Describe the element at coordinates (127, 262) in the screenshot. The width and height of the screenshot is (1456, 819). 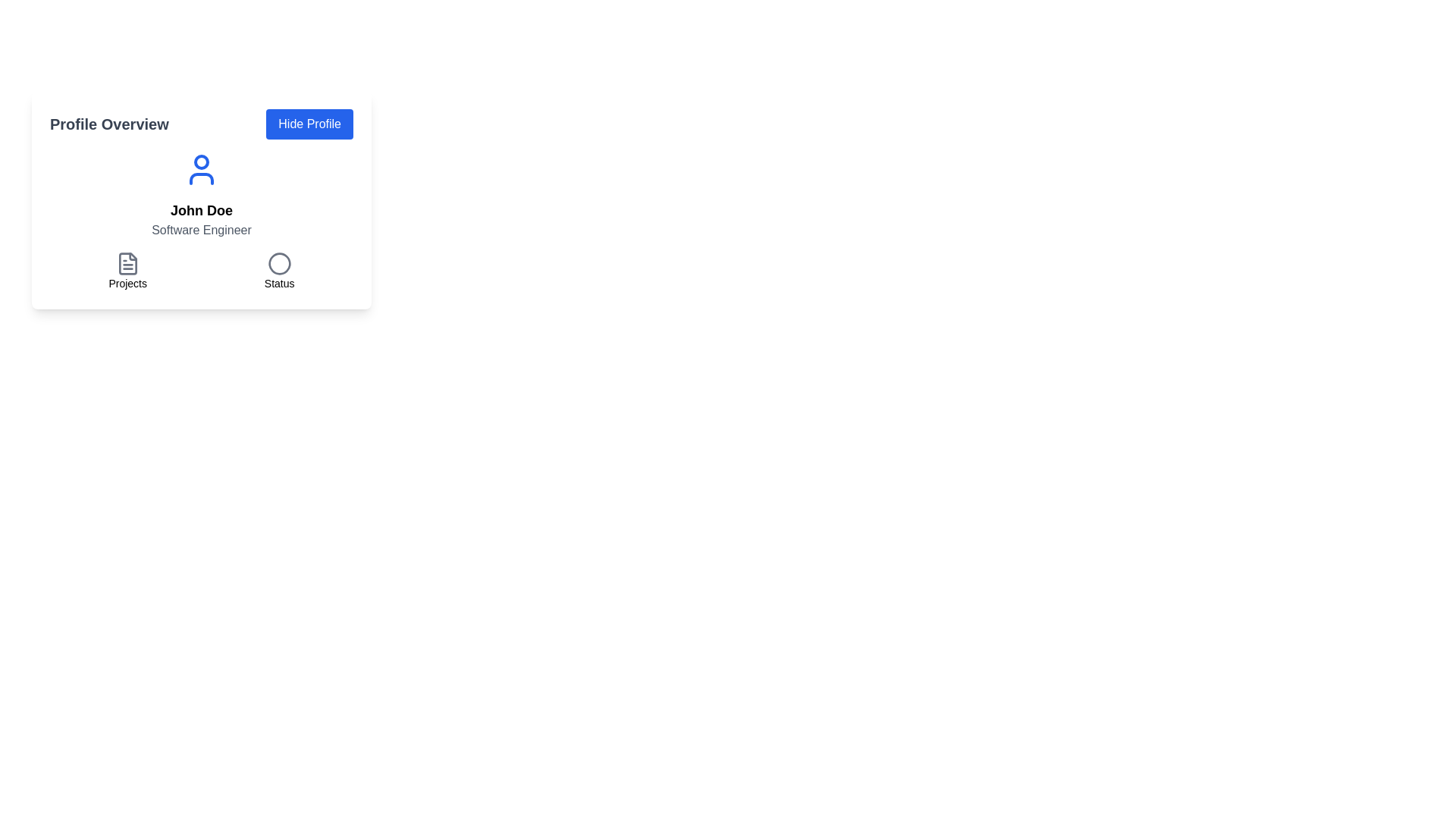
I see `the document or file icon located within the 'Projects' section card at the lower-left of the card` at that location.